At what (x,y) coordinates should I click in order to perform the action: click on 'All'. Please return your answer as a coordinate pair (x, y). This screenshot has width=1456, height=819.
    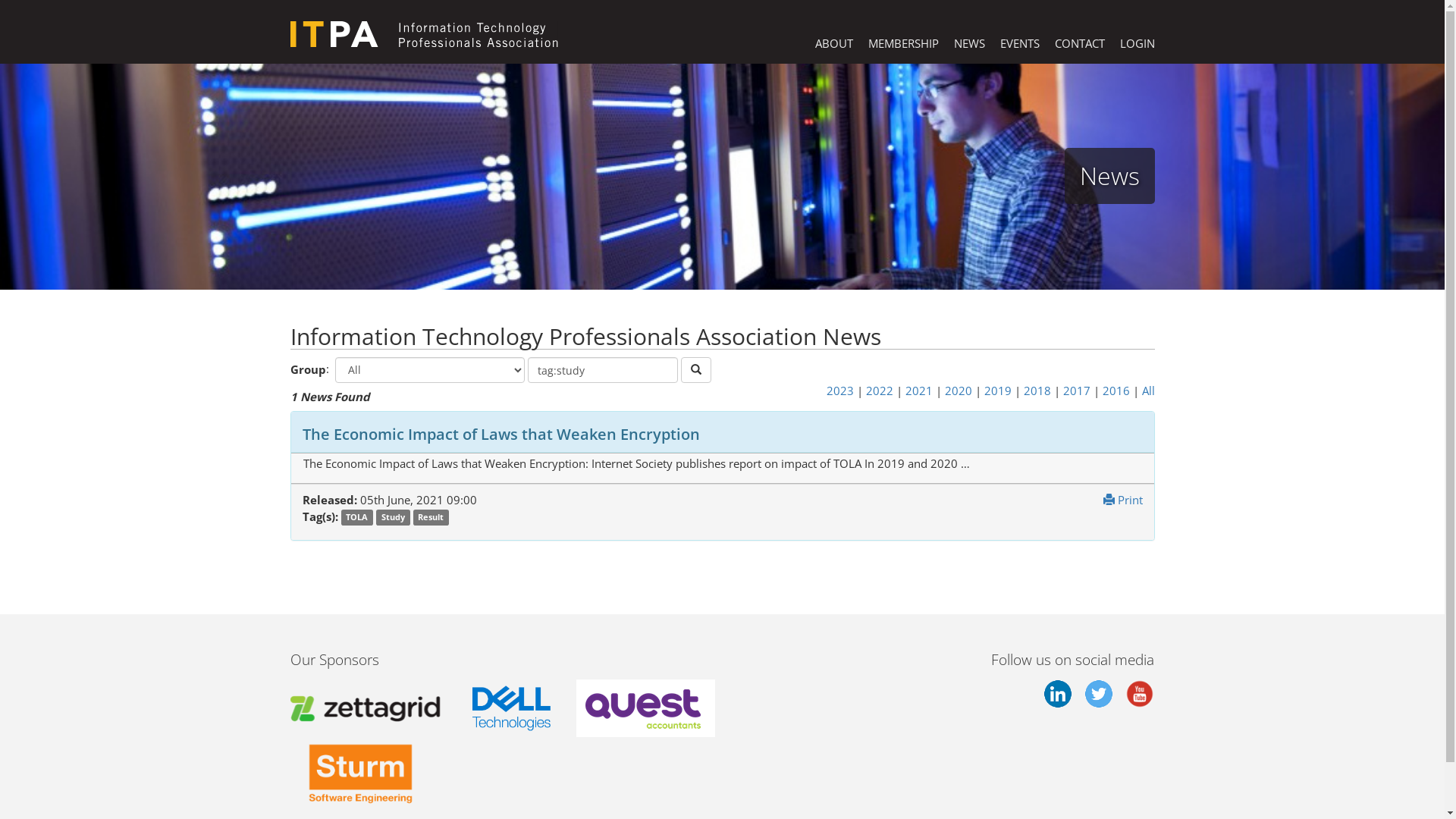
    Looking at the image, I should click on (1142, 390).